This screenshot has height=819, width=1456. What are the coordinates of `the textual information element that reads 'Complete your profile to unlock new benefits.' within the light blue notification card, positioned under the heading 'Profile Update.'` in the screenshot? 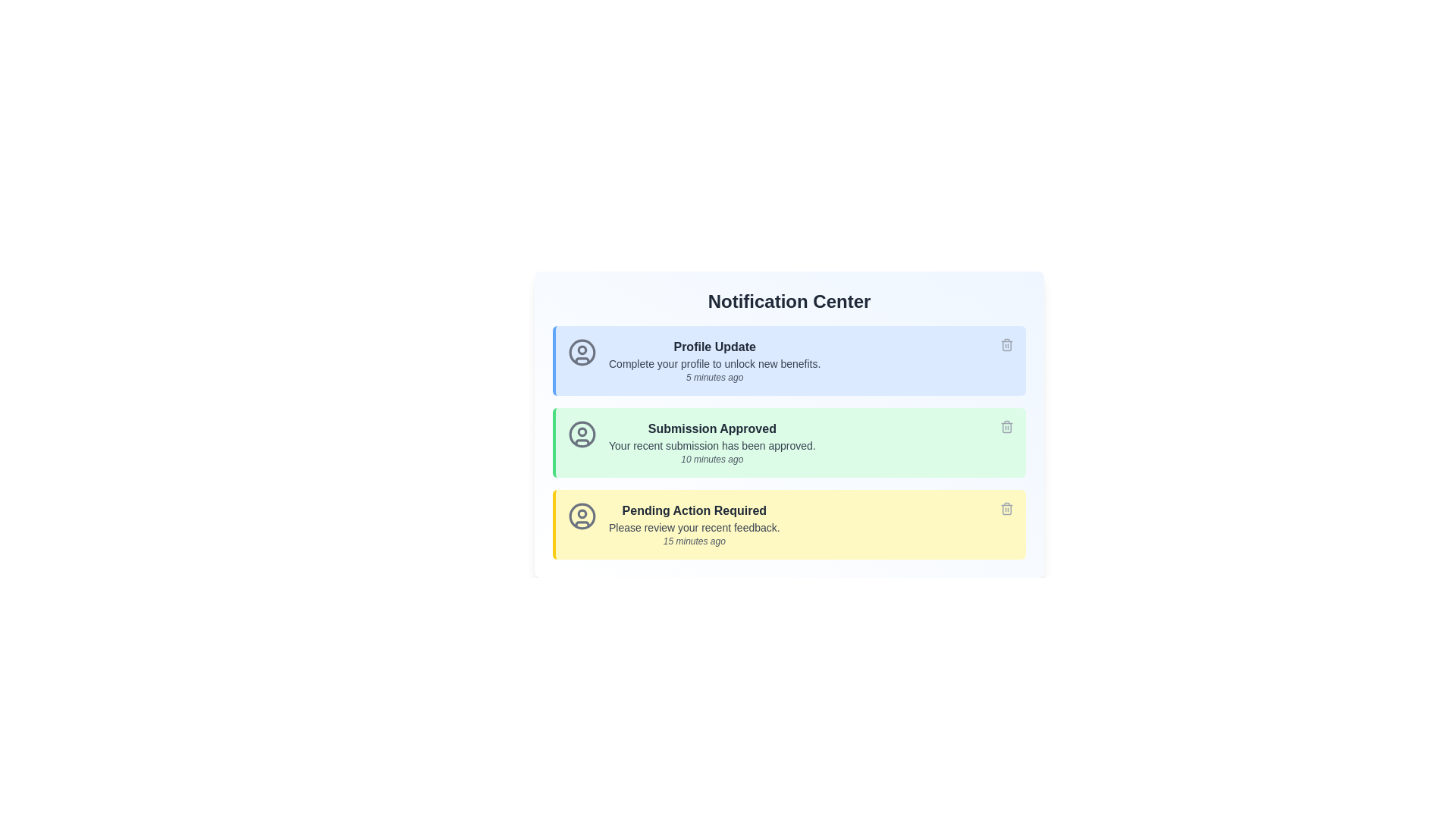 It's located at (714, 363).